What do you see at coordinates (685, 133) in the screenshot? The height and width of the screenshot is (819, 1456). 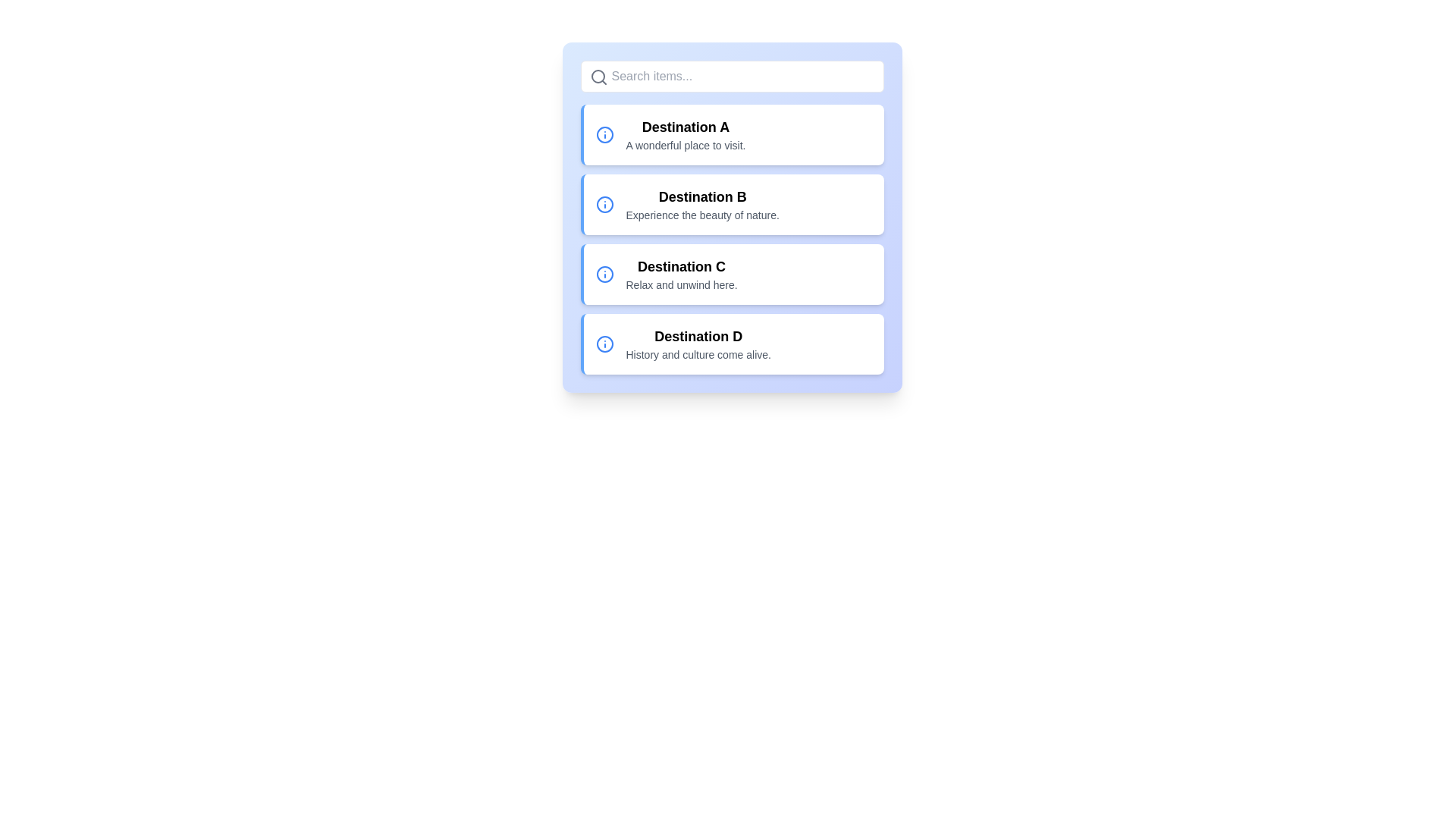 I see `the text block that displays 'Destination A' and 'A wonderful place to visit.', located in the topmost card beneath the search bar` at bounding box center [685, 133].